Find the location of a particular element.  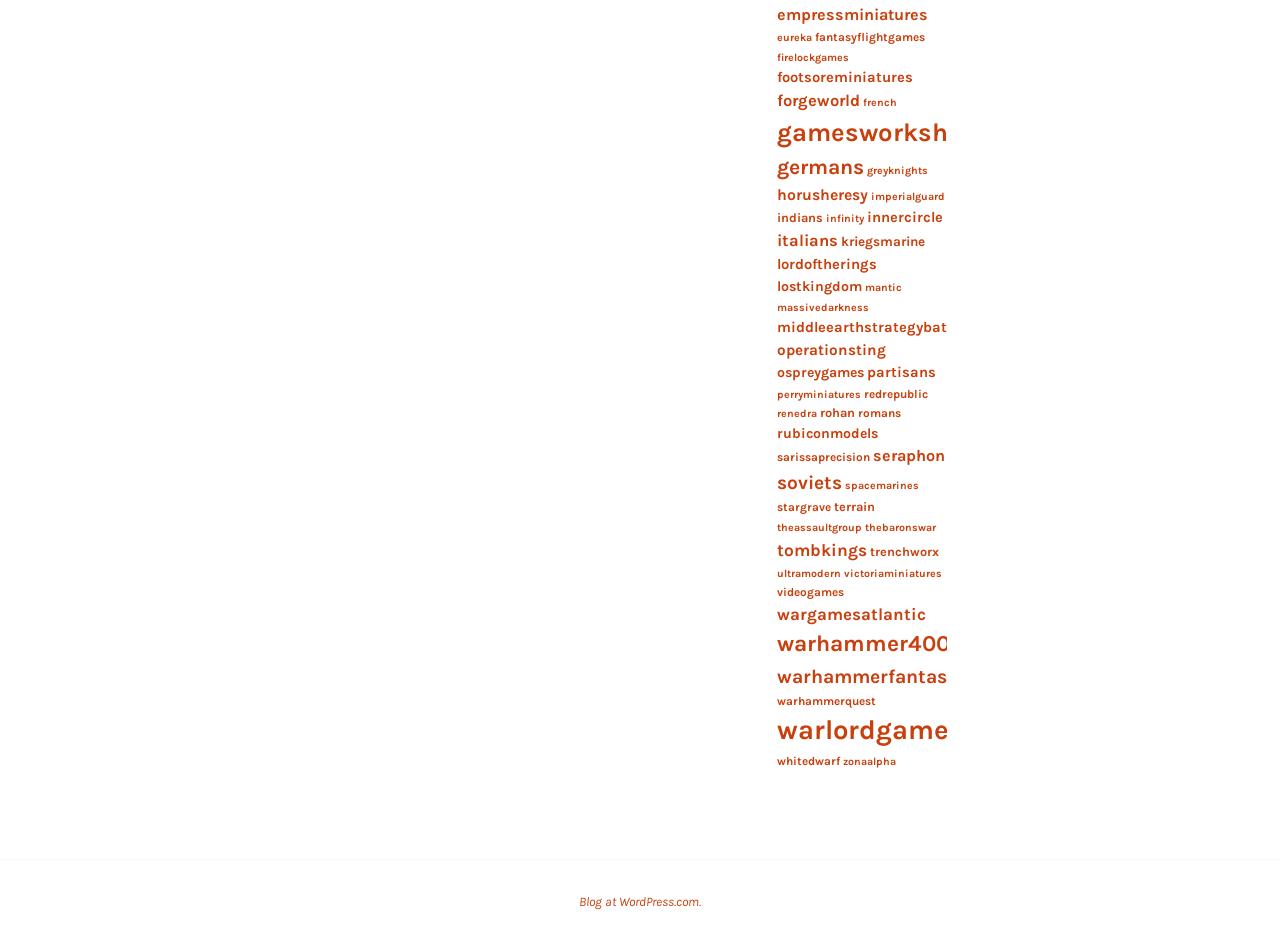

'infinity' is located at coordinates (844, 217).